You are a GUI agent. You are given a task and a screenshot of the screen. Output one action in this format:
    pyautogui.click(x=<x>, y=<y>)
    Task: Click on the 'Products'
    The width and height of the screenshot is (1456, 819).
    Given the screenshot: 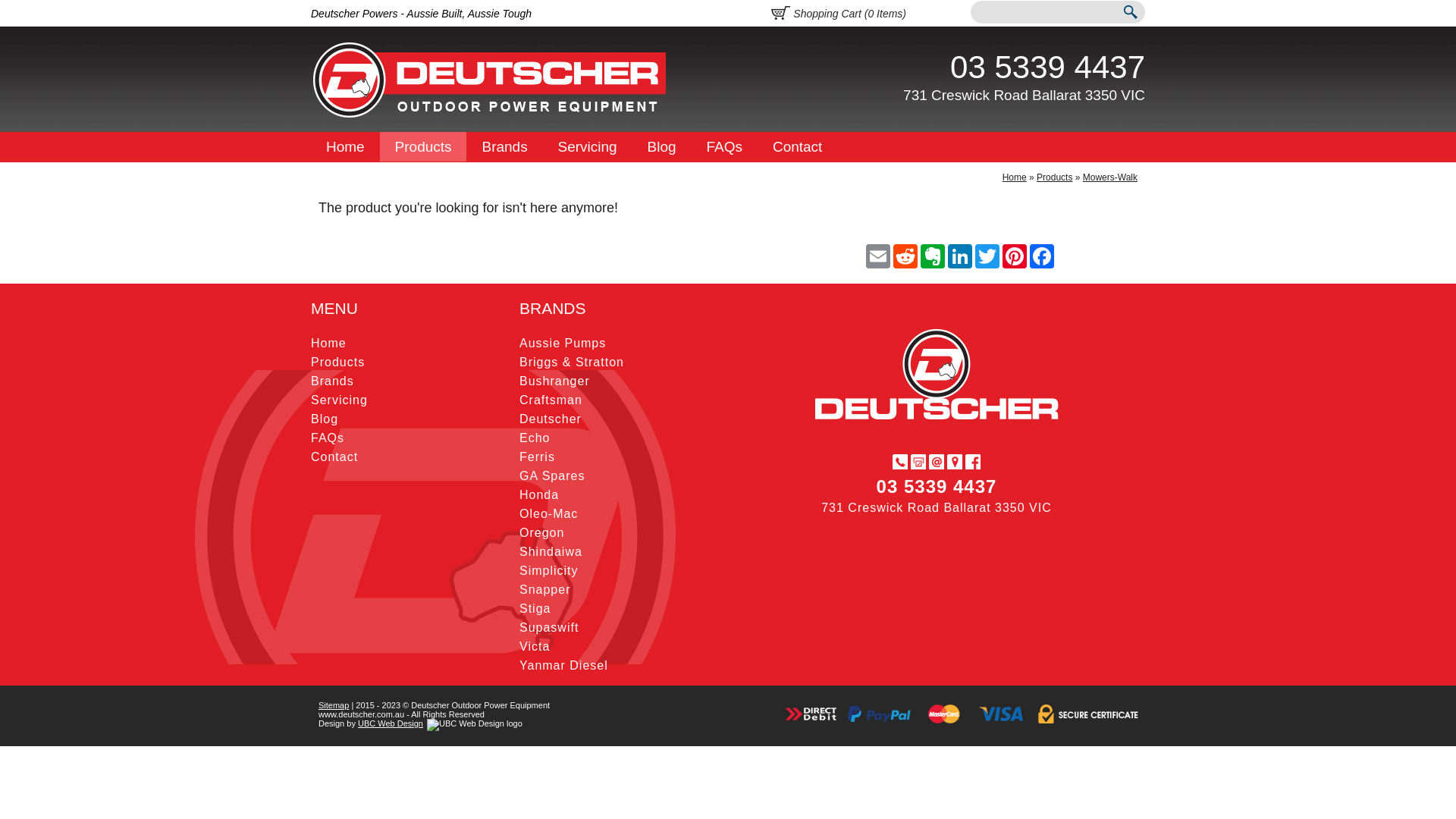 What is the action you would take?
    pyautogui.click(x=1053, y=177)
    